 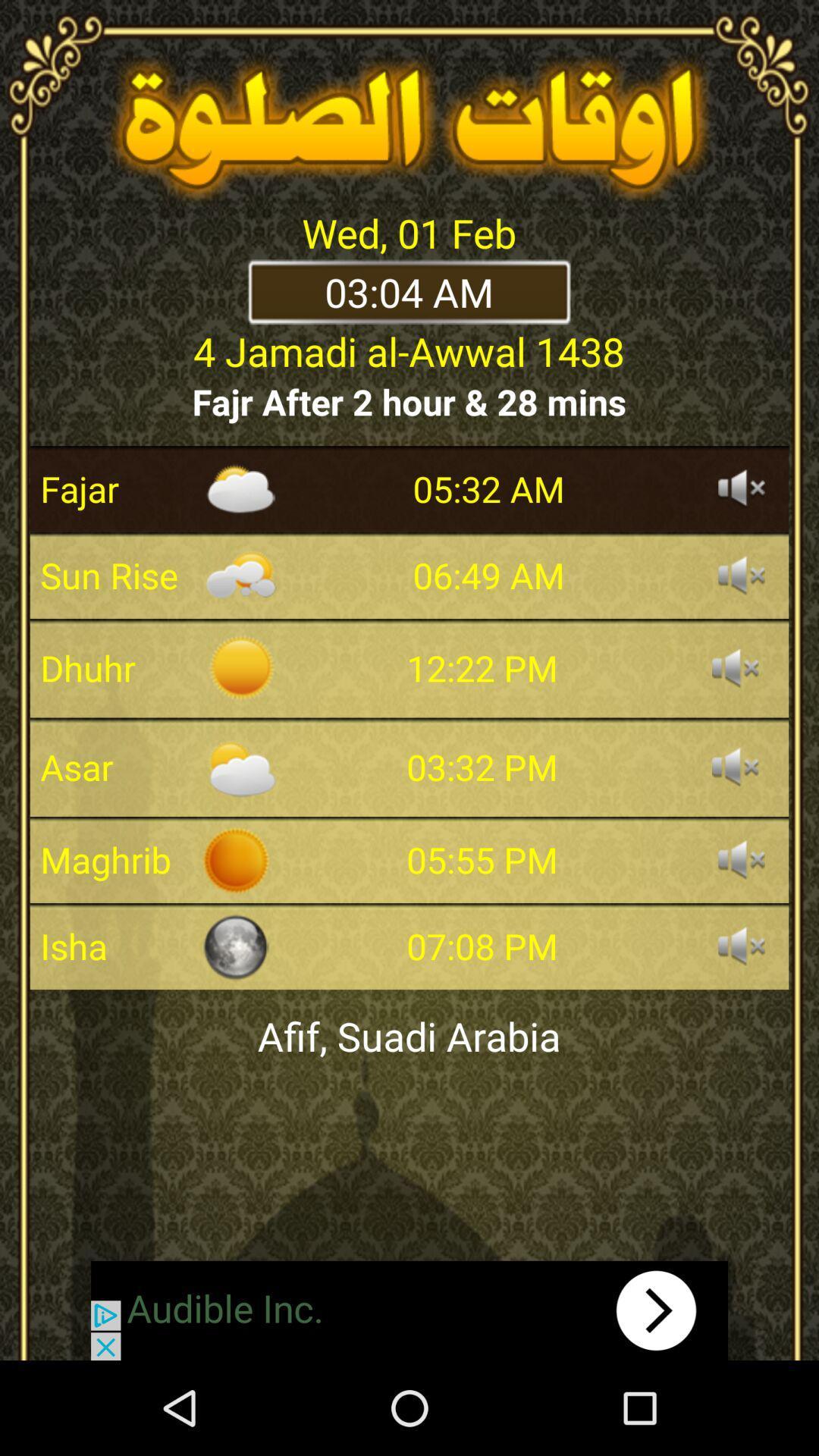 I want to click on sound, so click(x=741, y=488).